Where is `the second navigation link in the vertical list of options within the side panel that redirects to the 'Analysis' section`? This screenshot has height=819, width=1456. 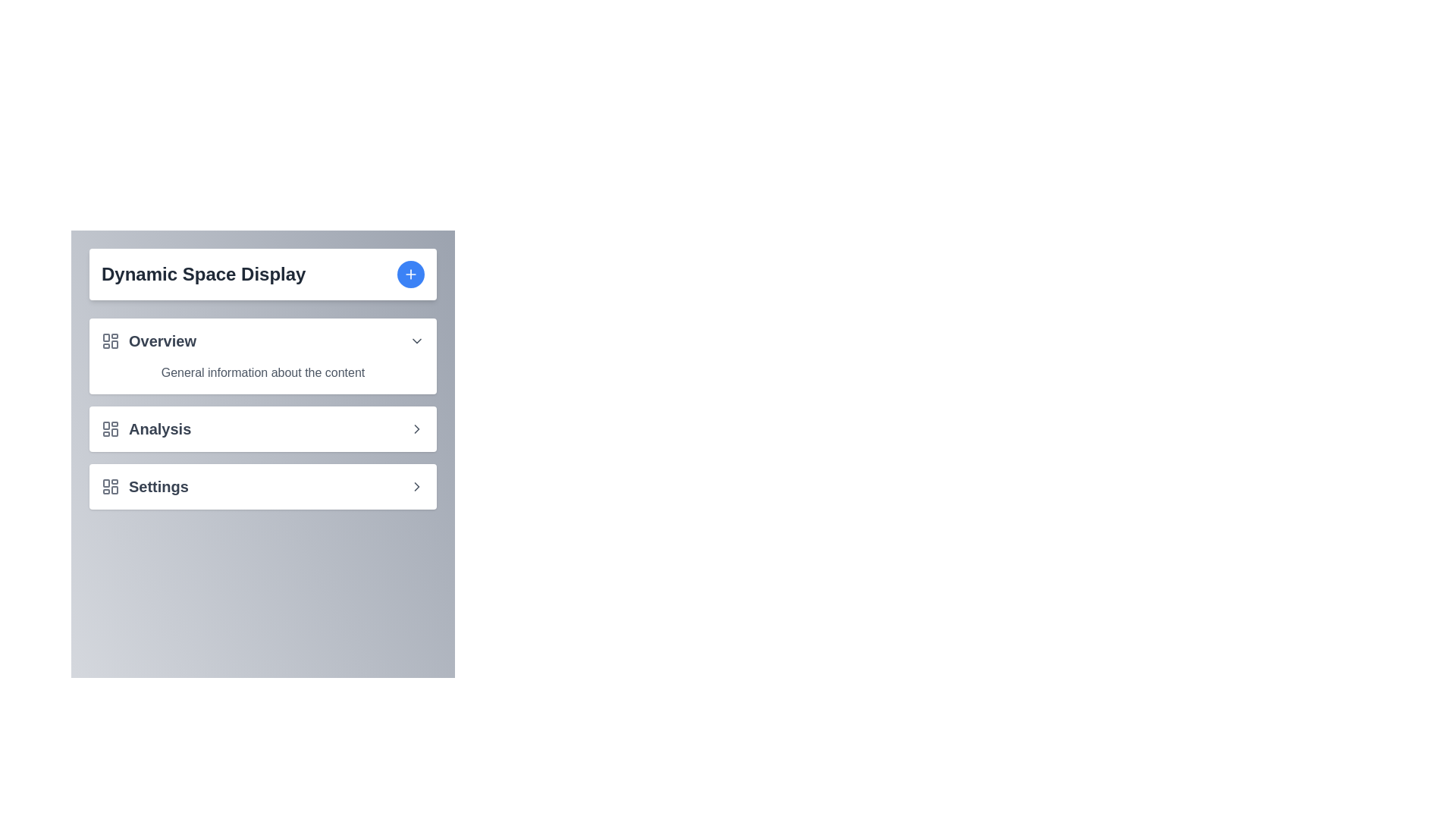 the second navigation link in the vertical list of options within the side panel that redirects to the 'Analysis' section is located at coordinates (262, 429).